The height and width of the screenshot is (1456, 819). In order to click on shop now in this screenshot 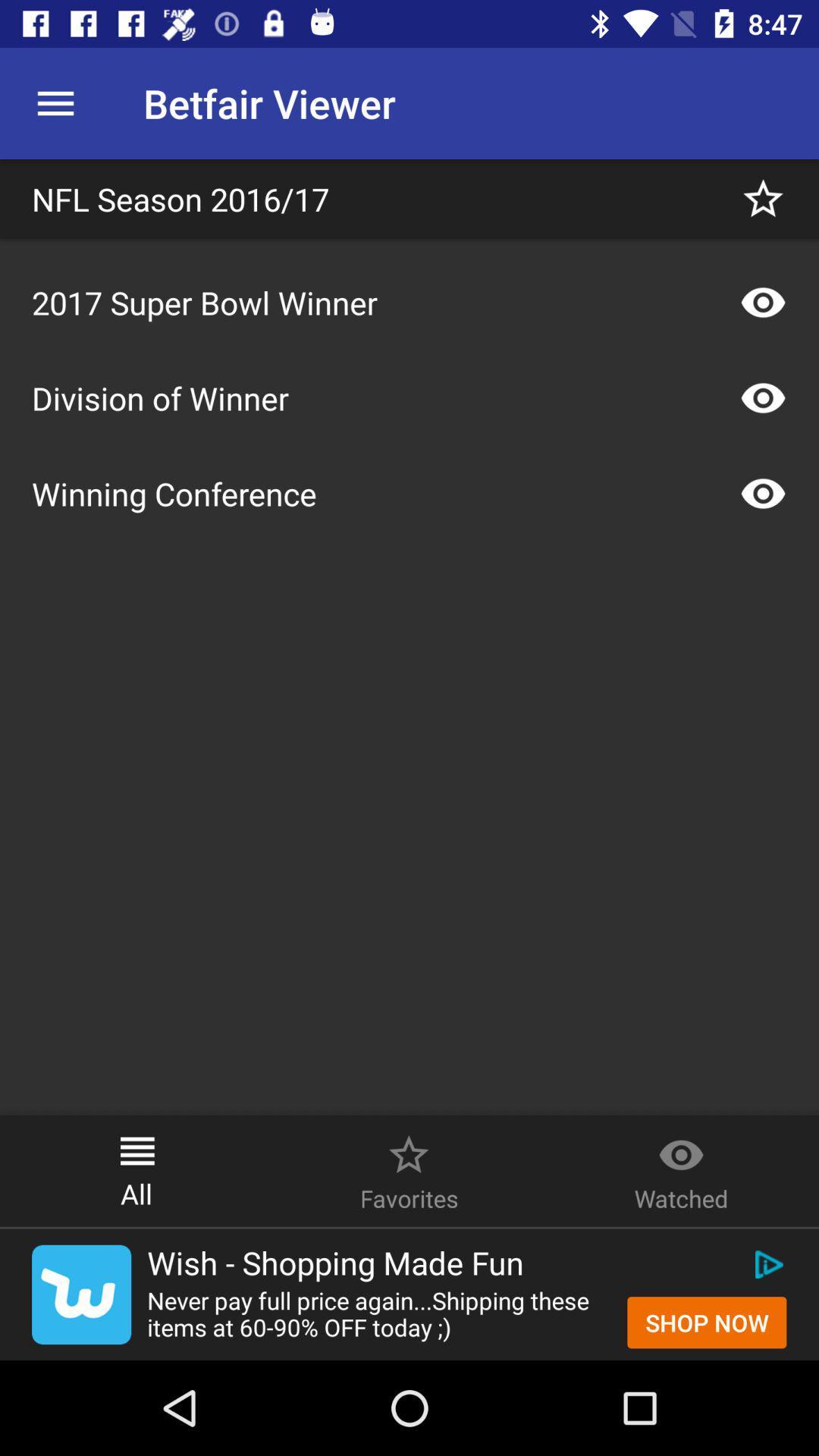, I will do `click(707, 1322)`.